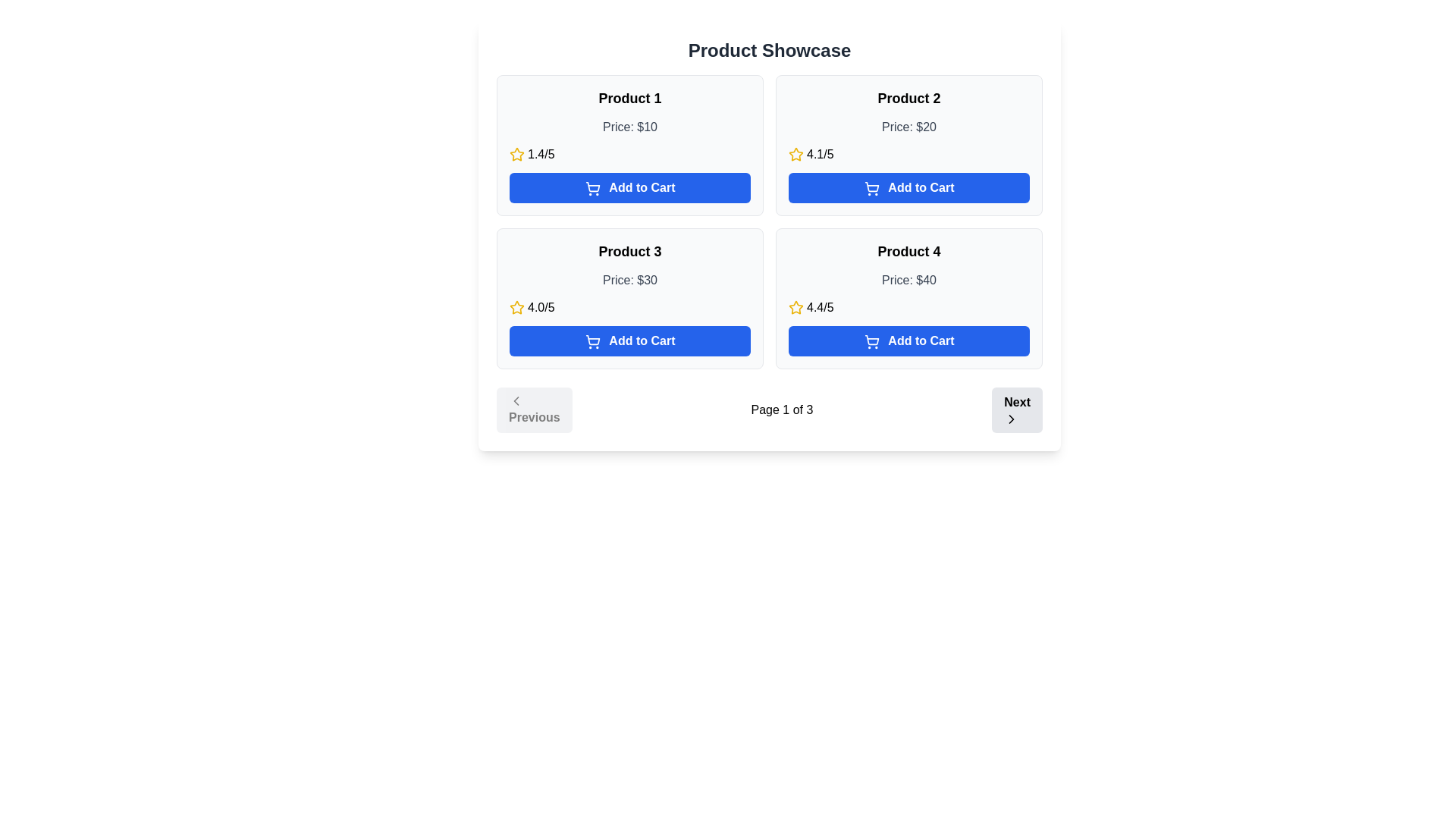 This screenshot has width=1456, height=819. What do you see at coordinates (1012, 419) in the screenshot?
I see `the right-pointing chevron icon within the 'Next' button to trigger the hover effect` at bounding box center [1012, 419].